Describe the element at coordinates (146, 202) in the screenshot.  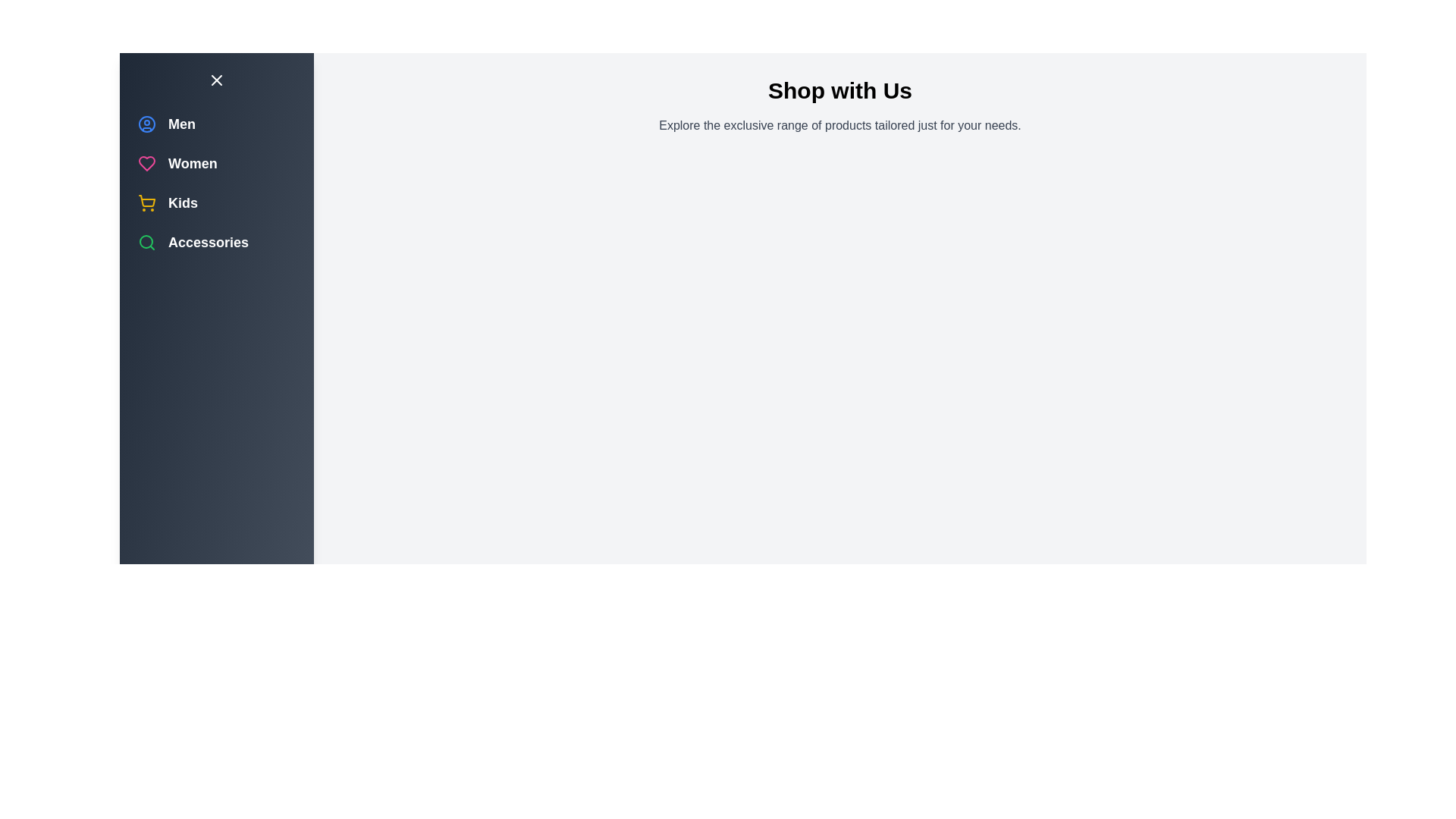
I see `the category Kids to select it` at that location.